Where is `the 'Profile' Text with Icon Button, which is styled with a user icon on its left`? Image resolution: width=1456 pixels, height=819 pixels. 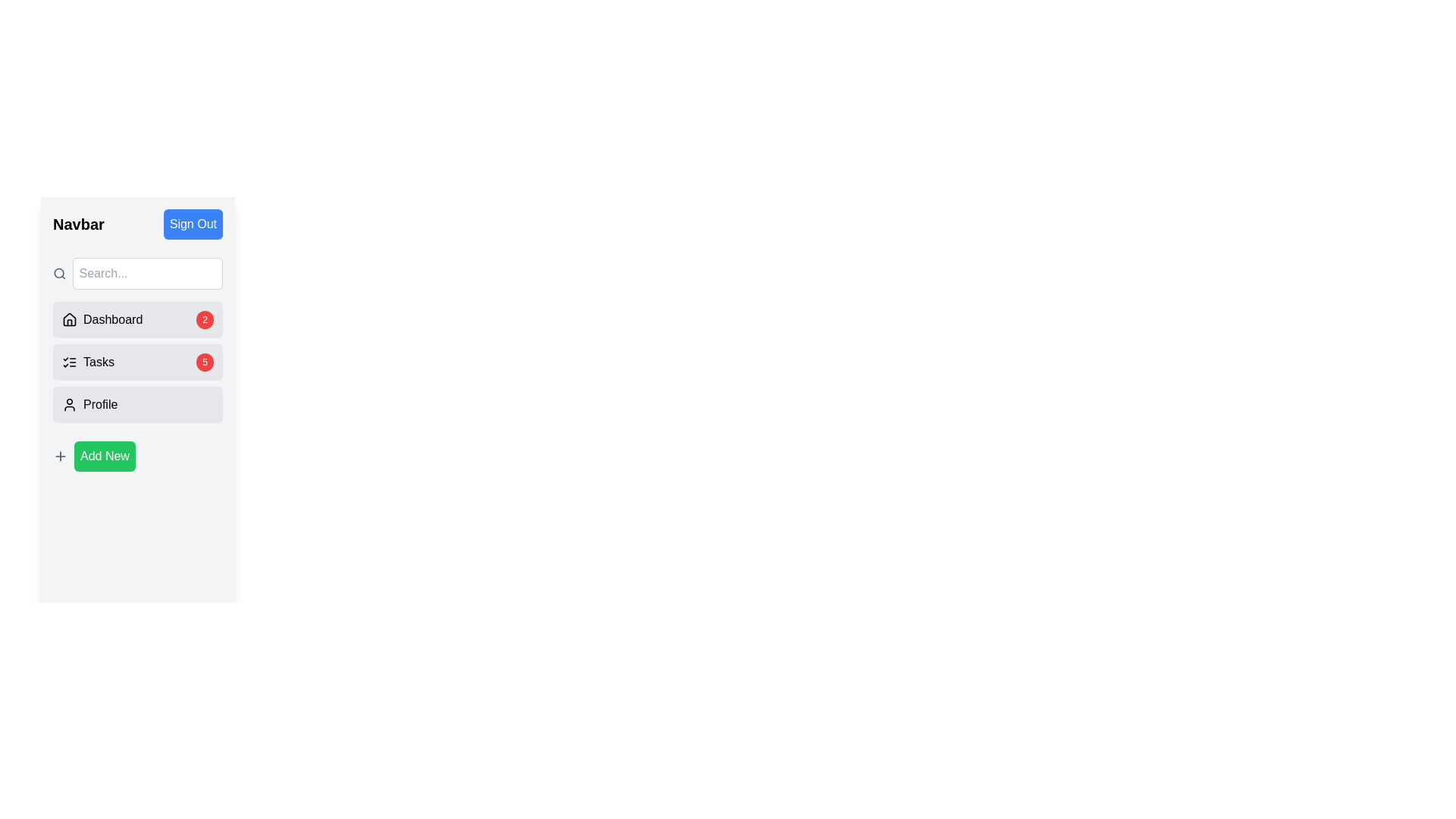 the 'Profile' Text with Icon Button, which is styled with a user icon on its left is located at coordinates (89, 403).